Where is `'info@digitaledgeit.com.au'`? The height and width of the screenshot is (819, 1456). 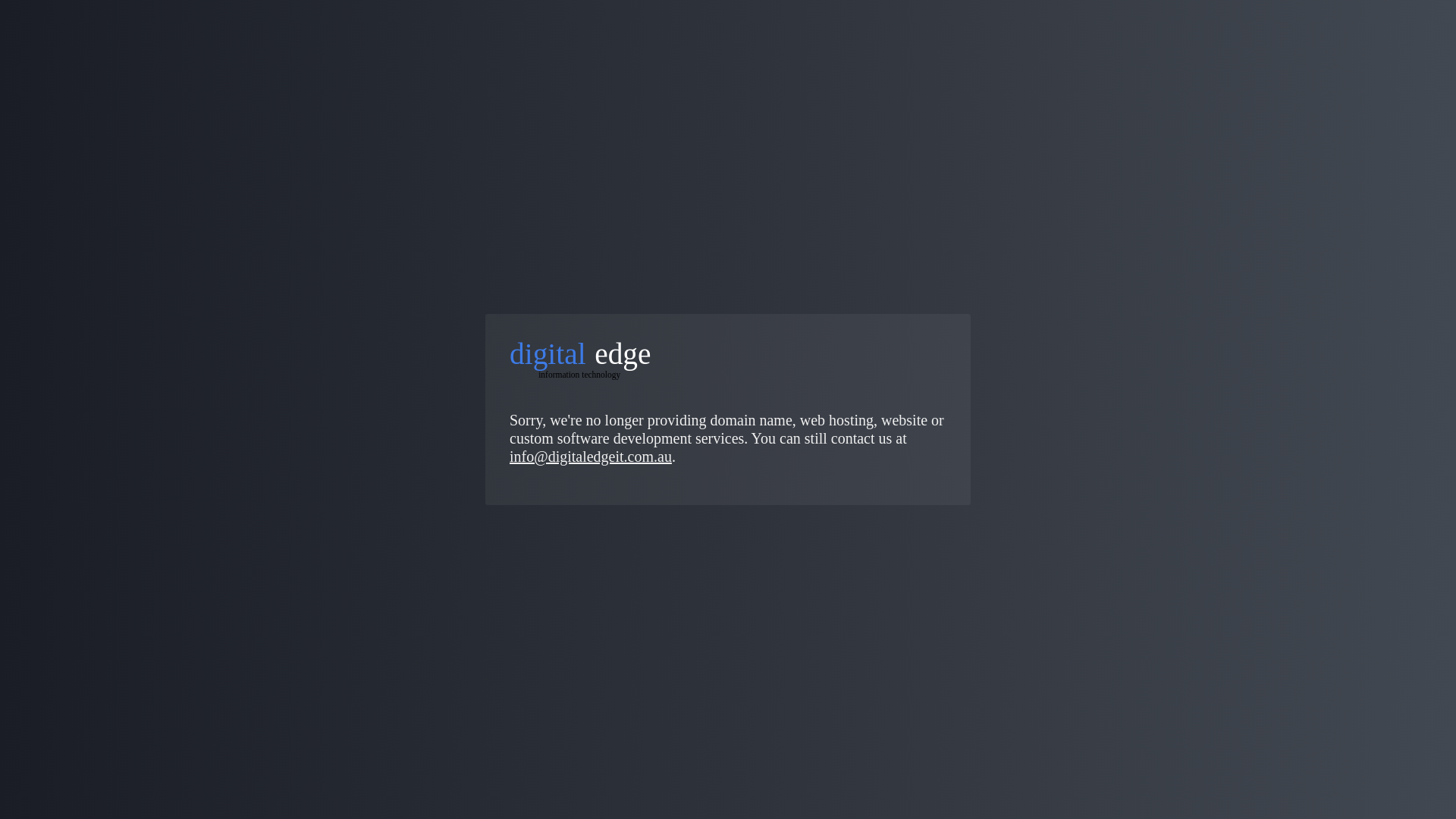 'info@digitaledgeit.com.au' is located at coordinates (589, 455).